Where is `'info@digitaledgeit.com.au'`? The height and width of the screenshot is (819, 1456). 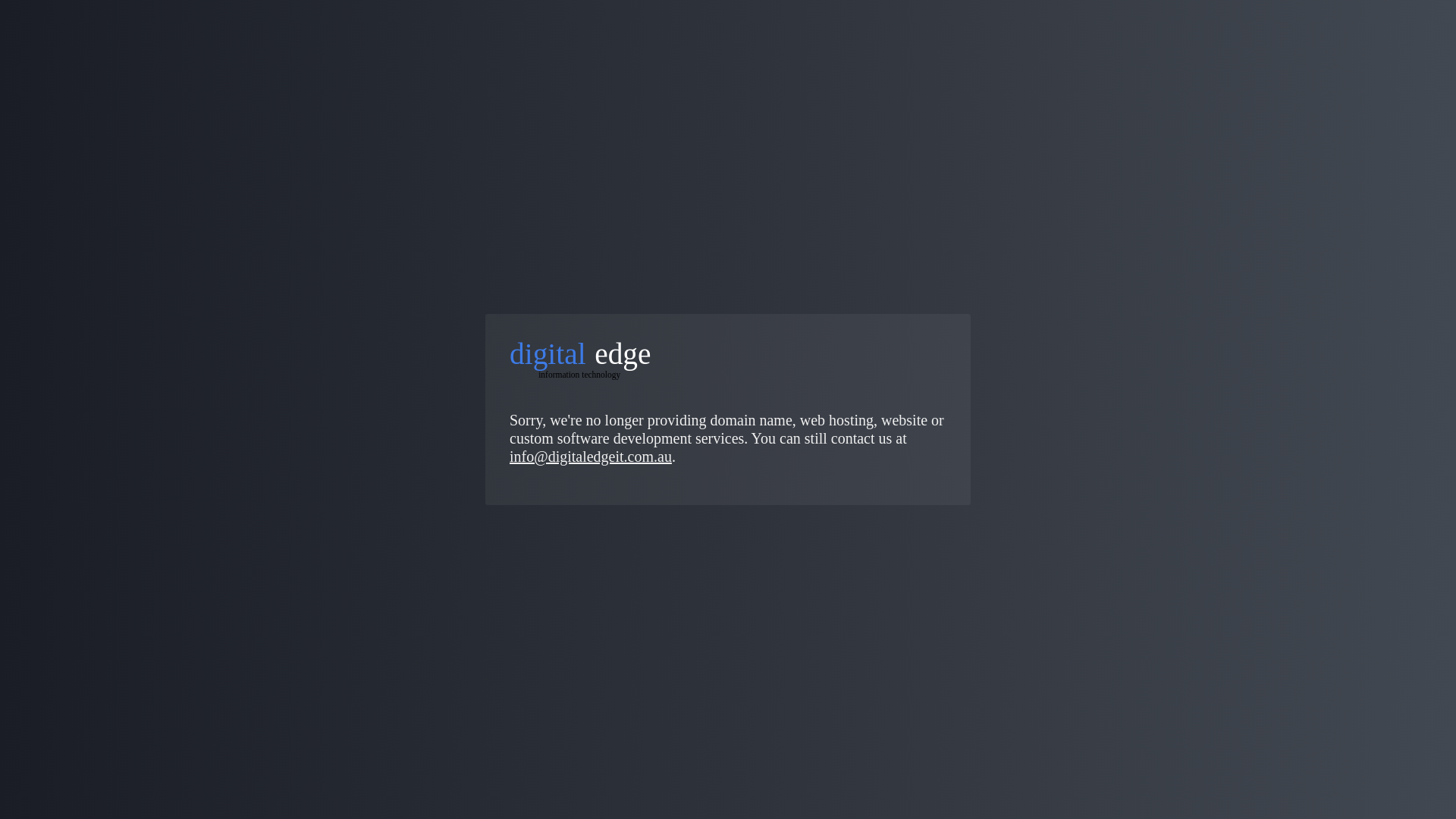 'info@digitaledgeit.com.au' is located at coordinates (589, 455).